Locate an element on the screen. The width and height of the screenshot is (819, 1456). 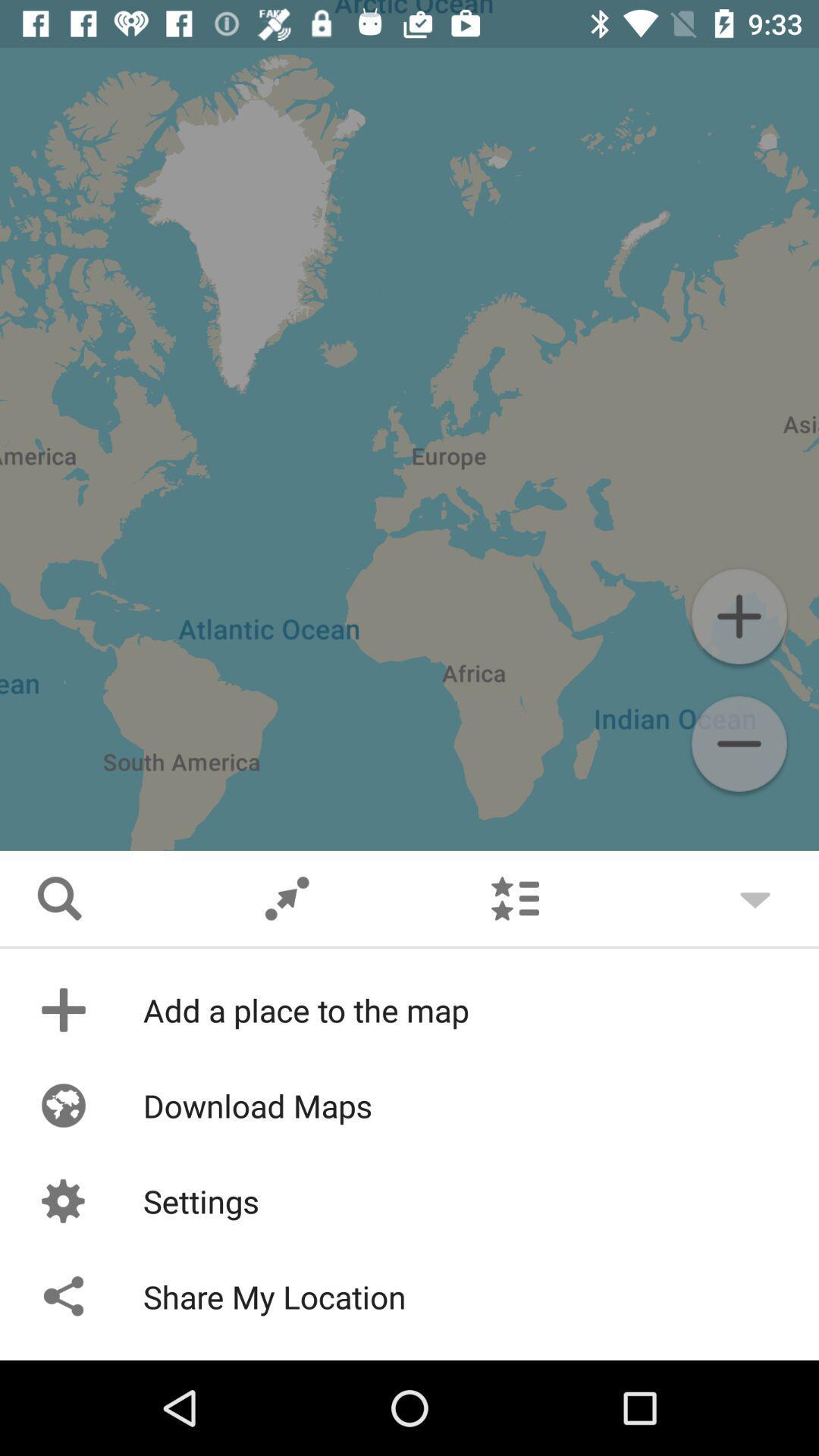
the search icon is located at coordinates (58, 899).